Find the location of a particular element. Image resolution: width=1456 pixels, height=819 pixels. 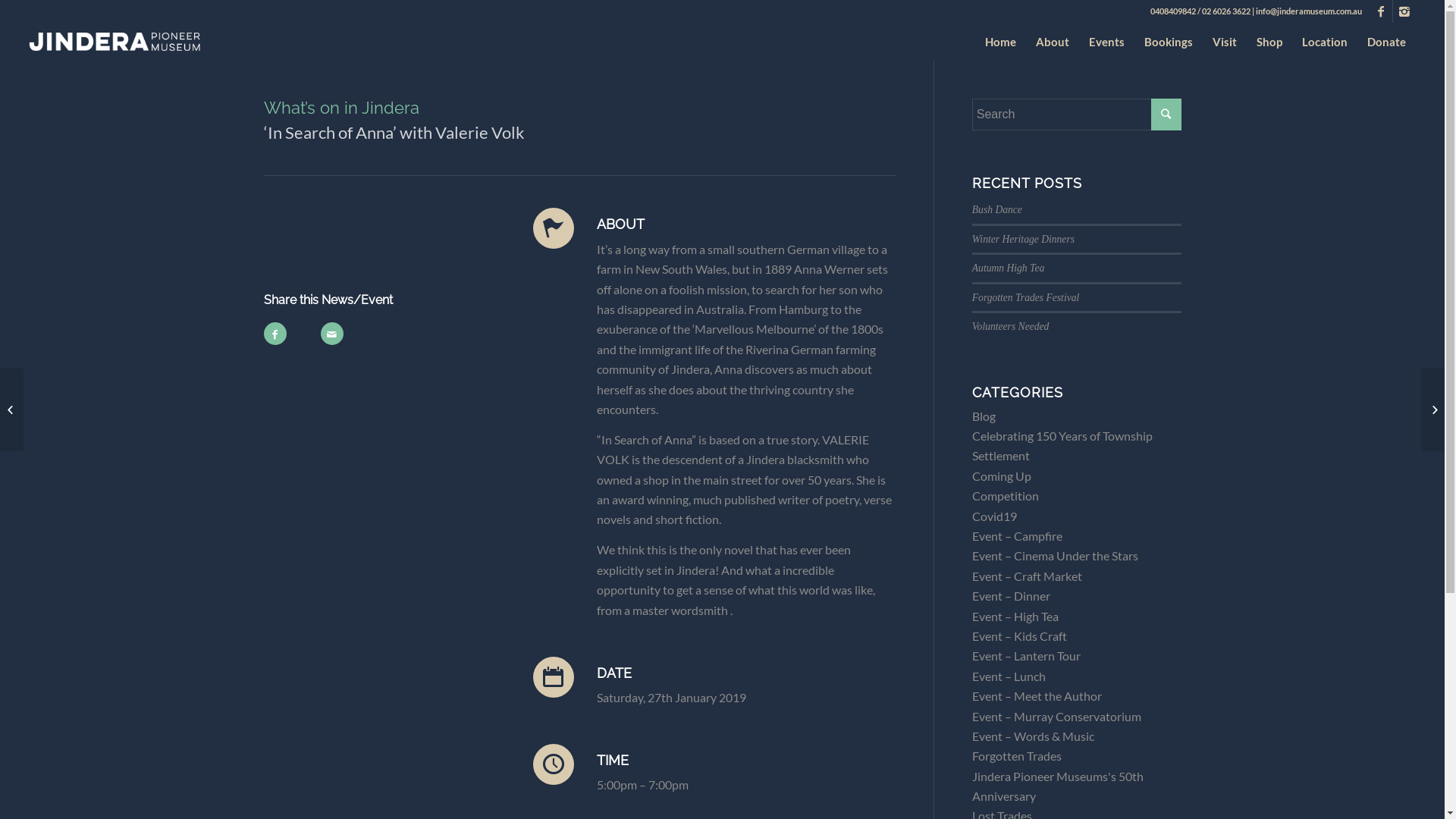

'Blog' is located at coordinates (984, 416).